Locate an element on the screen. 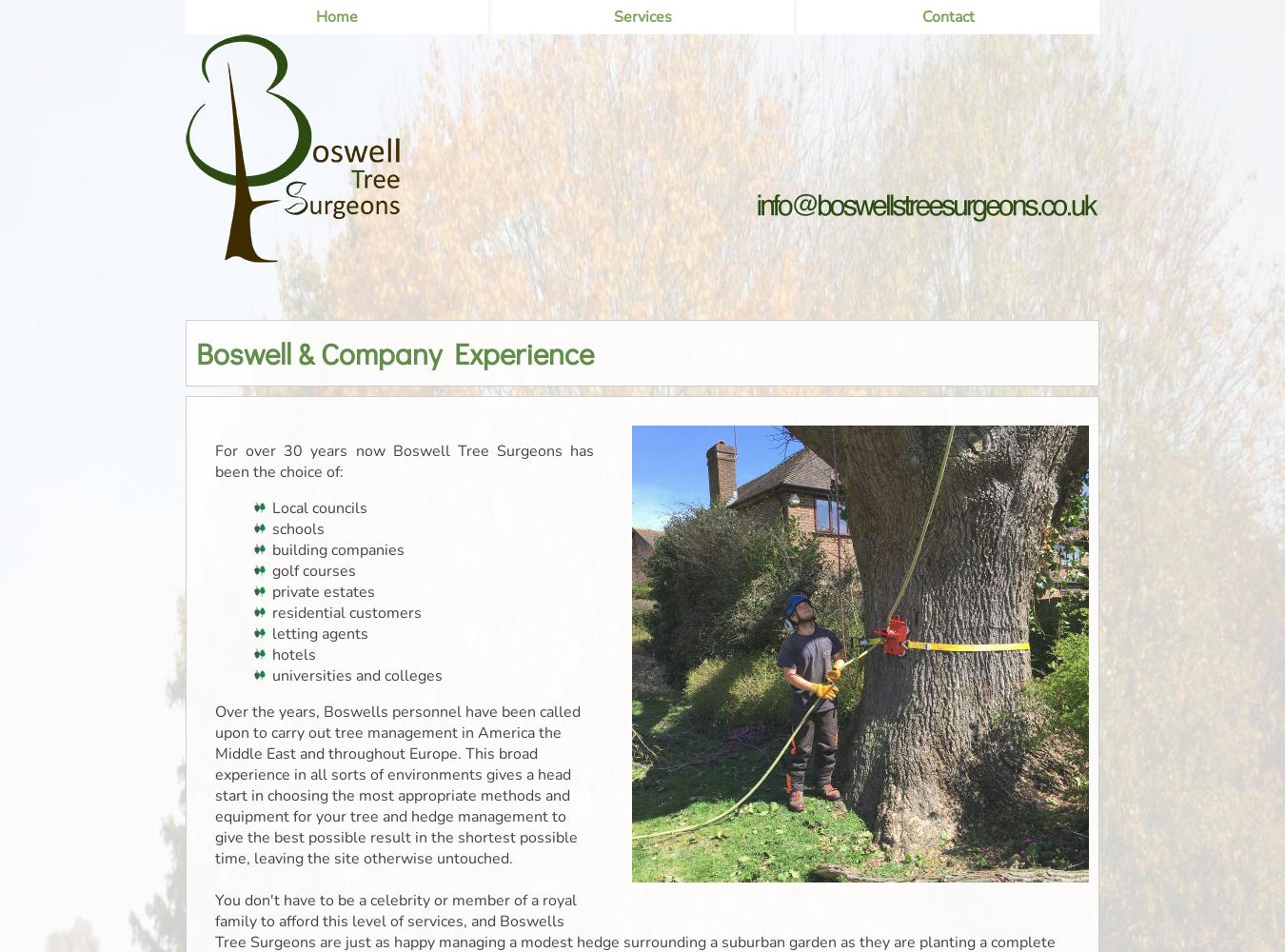  'schools' is located at coordinates (271, 529).